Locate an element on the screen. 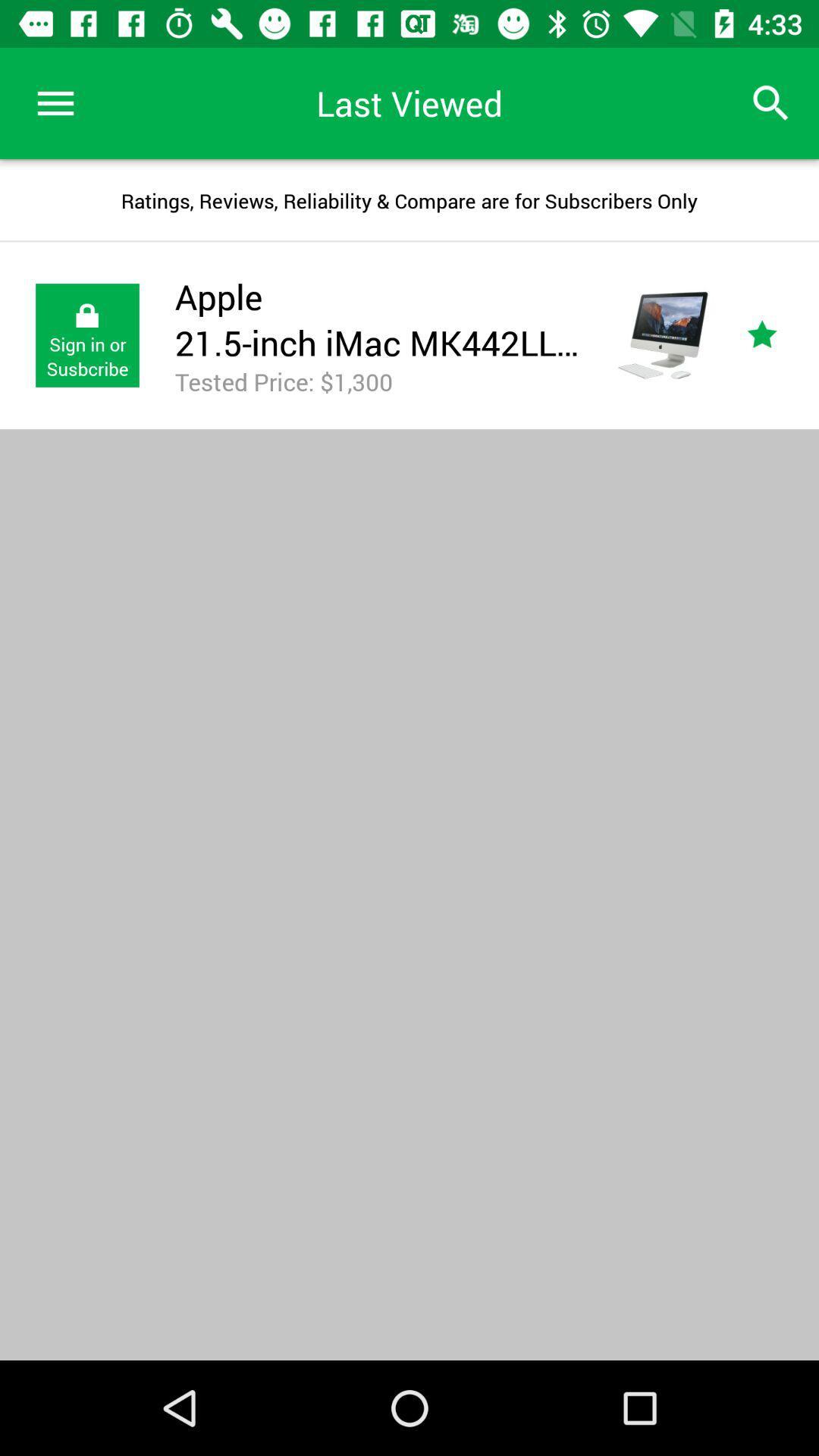 This screenshot has width=819, height=1456. item above ratings reviews reliability icon is located at coordinates (771, 102).